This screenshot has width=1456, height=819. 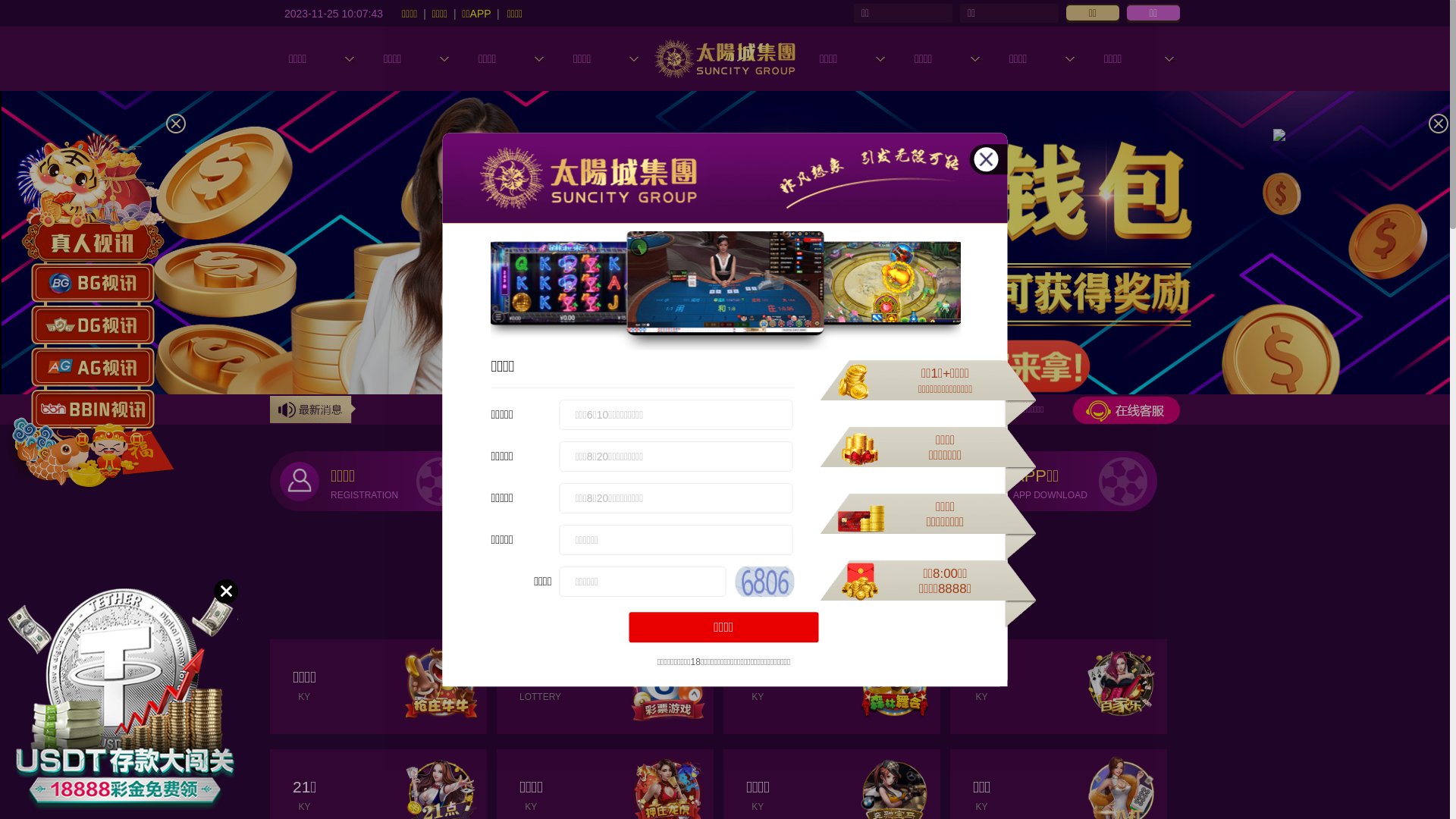 I want to click on '2023-11-25 10:07:42', so click(x=284, y=12).